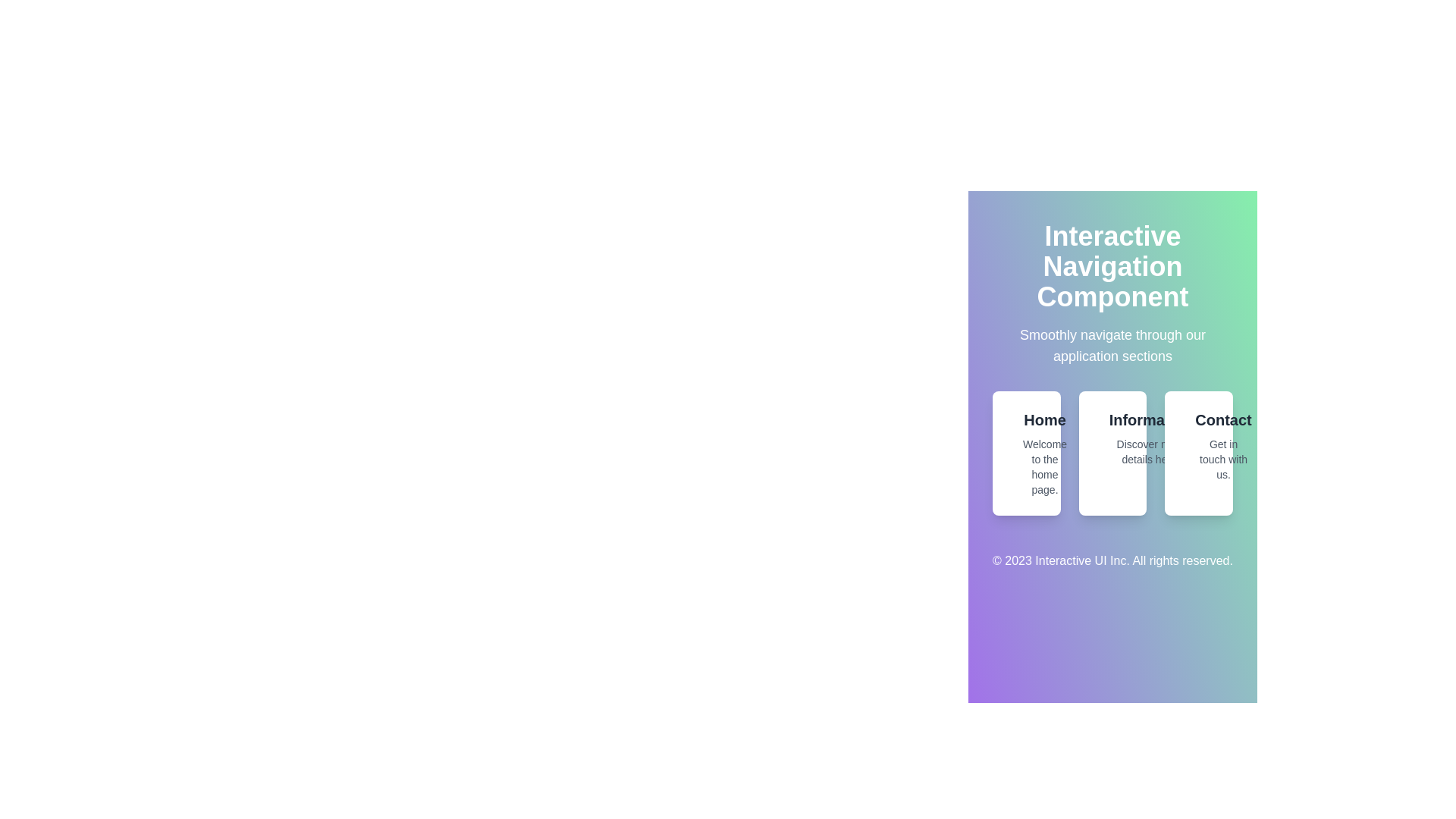  Describe the element at coordinates (1150, 438) in the screenshot. I see `the Text group within the second card component` at that location.